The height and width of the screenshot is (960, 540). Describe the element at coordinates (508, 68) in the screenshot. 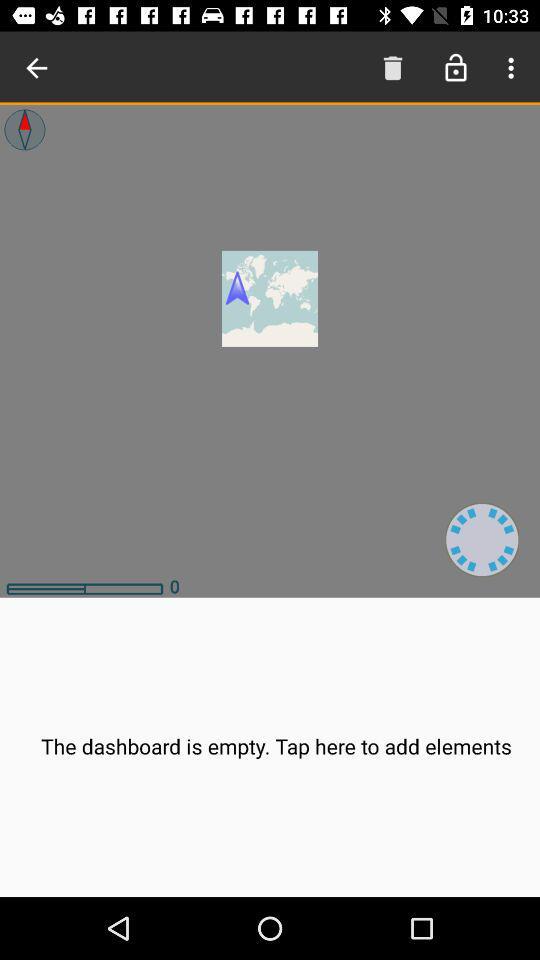

I see `menu button` at that location.